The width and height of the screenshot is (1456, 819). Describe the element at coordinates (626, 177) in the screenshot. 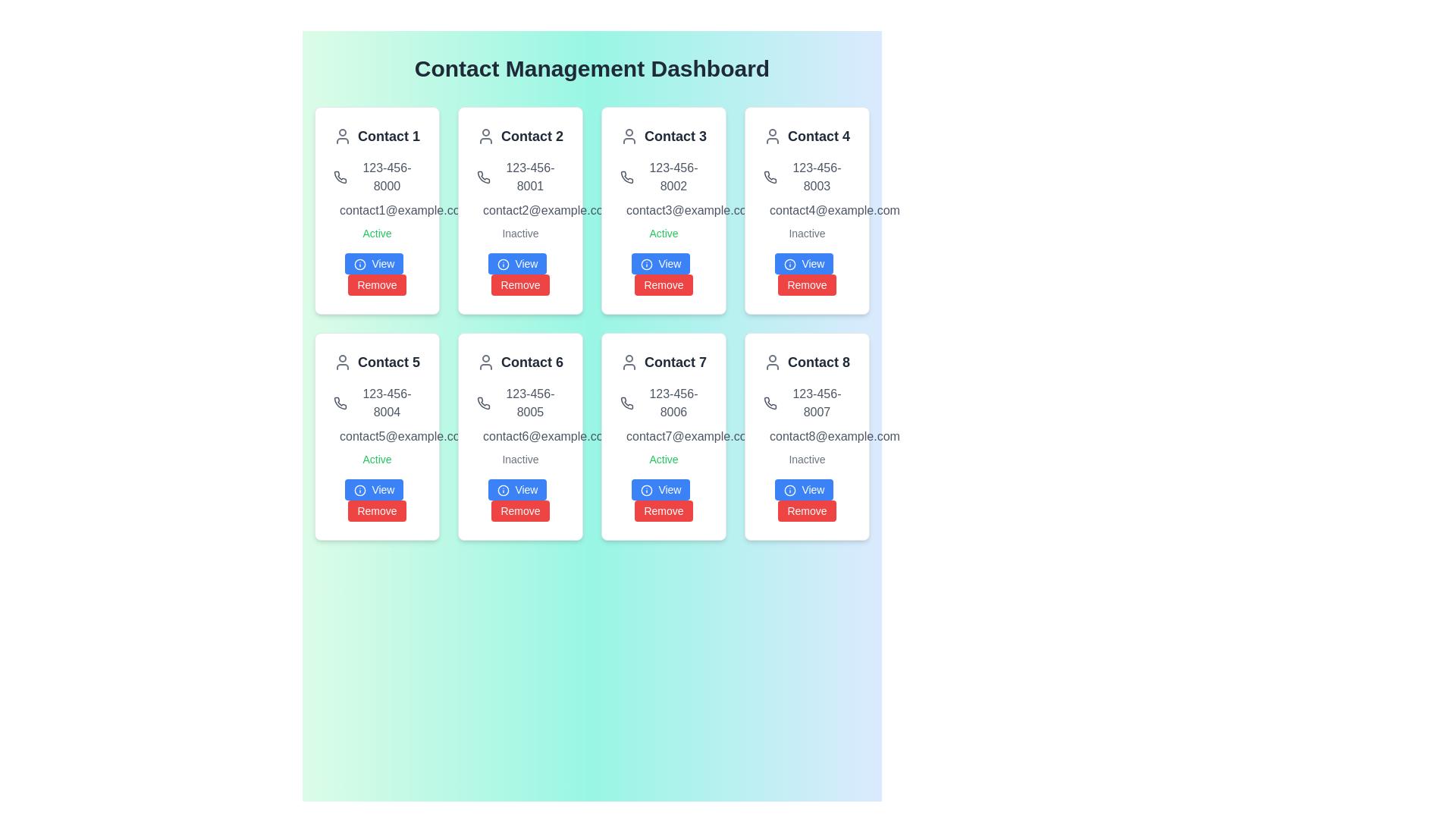

I see `the phone icon representing the contact information for '123-456-8002', located within the upper portion of the 'Contact 3' card` at that location.